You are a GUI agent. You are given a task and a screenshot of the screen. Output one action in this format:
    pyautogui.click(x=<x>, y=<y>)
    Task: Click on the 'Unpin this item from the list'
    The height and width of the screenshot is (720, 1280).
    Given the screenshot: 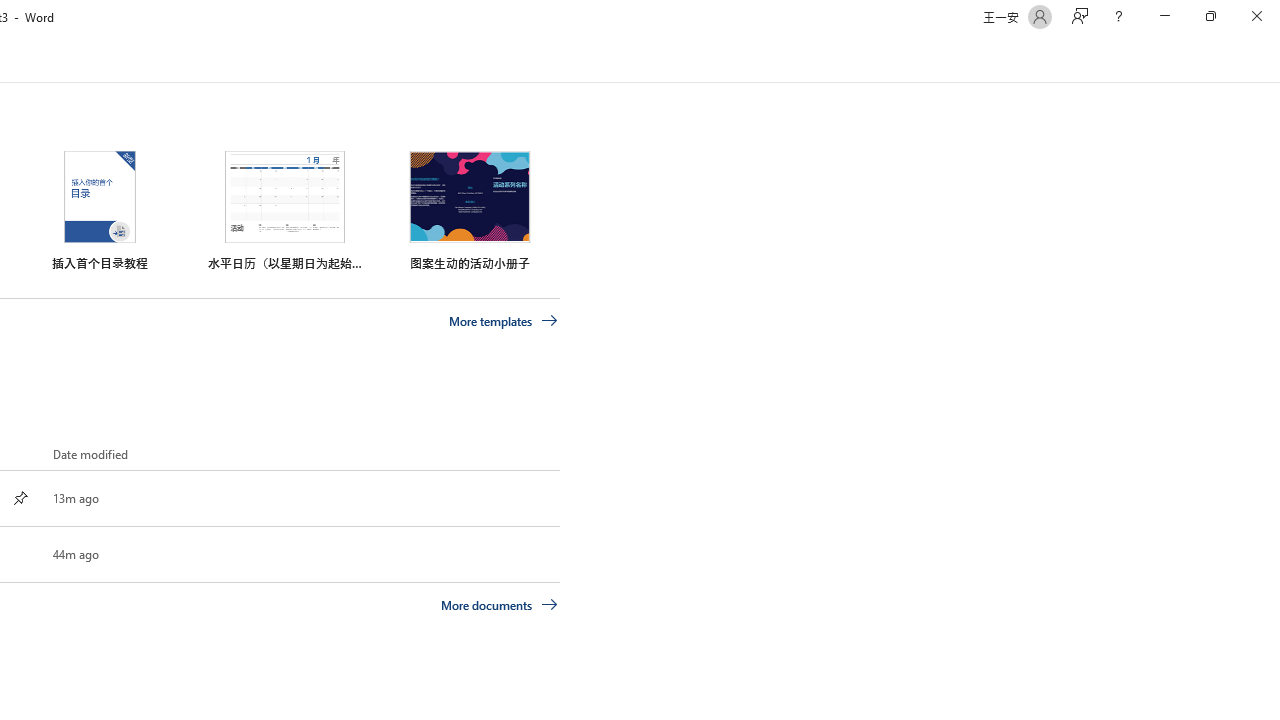 What is the action you would take?
    pyautogui.click(x=21, y=496)
    